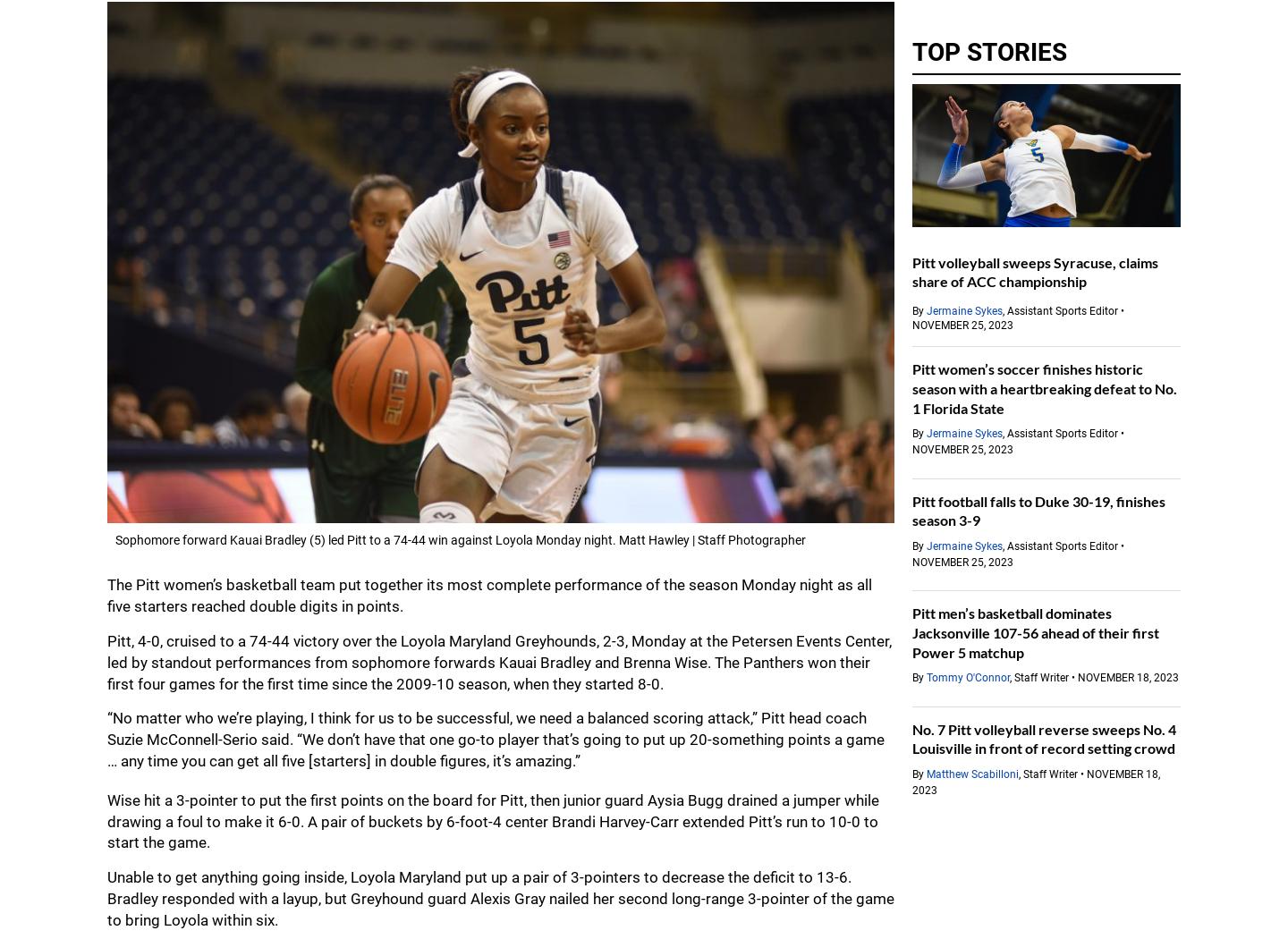 The image size is (1288, 939). What do you see at coordinates (496, 739) in the screenshot?
I see `'“No matter who we’re playing, I think for us to be successful, we need a balanced scoring attack,” Pitt head coach Suzie McConnell-Serio said. “We don’t have that one go-to player that’s going to put up 20-something points a game … any time you can get all five [starters] in double figures, it’s amazing.”'` at bounding box center [496, 739].